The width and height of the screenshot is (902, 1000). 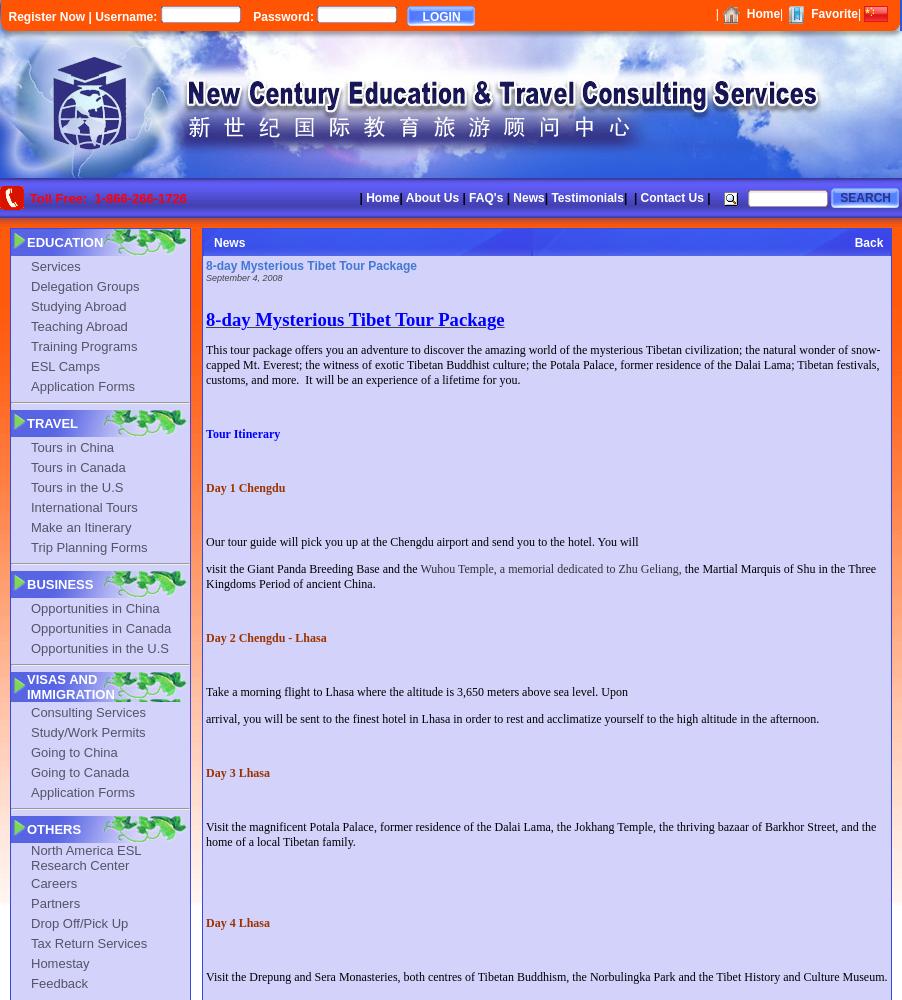 What do you see at coordinates (77, 485) in the screenshot?
I see `'Tours in the U.S'` at bounding box center [77, 485].